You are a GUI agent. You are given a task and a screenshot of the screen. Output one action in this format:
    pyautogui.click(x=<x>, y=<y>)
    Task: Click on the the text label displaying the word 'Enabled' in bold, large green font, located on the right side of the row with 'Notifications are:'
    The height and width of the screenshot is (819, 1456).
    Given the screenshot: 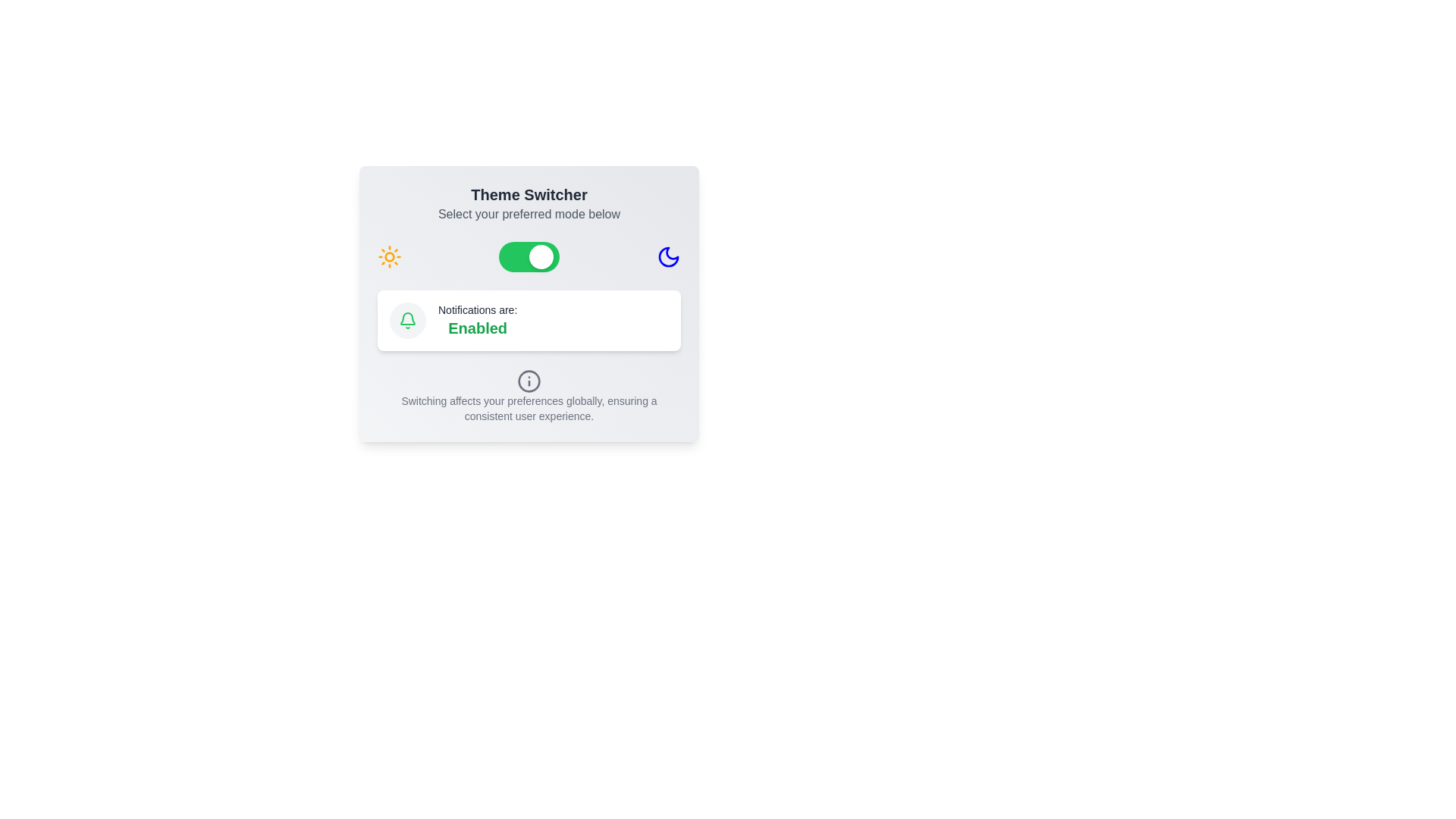 What is the action you would take?
    pyautogui.click(x=477, y=327)
    